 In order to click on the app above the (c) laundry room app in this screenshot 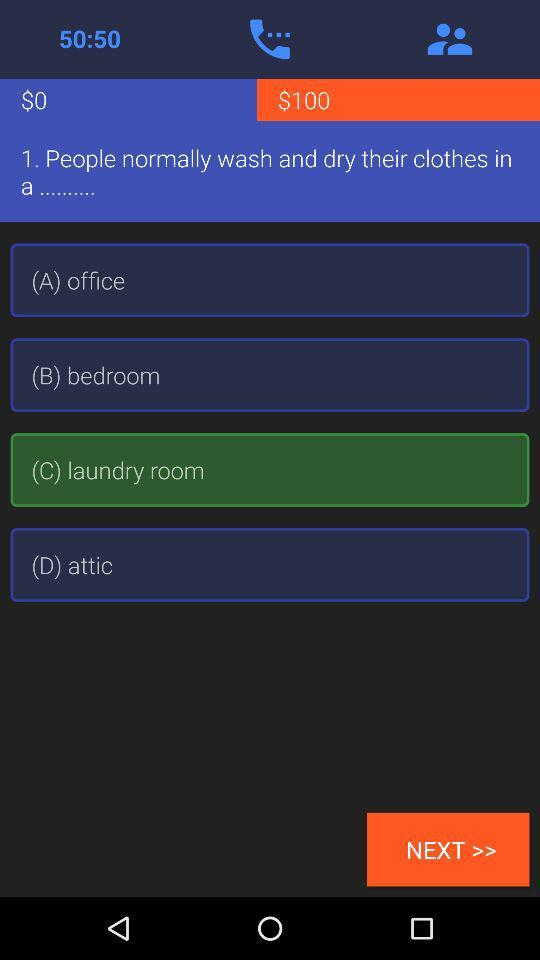, I will do `click(270, 374)`.